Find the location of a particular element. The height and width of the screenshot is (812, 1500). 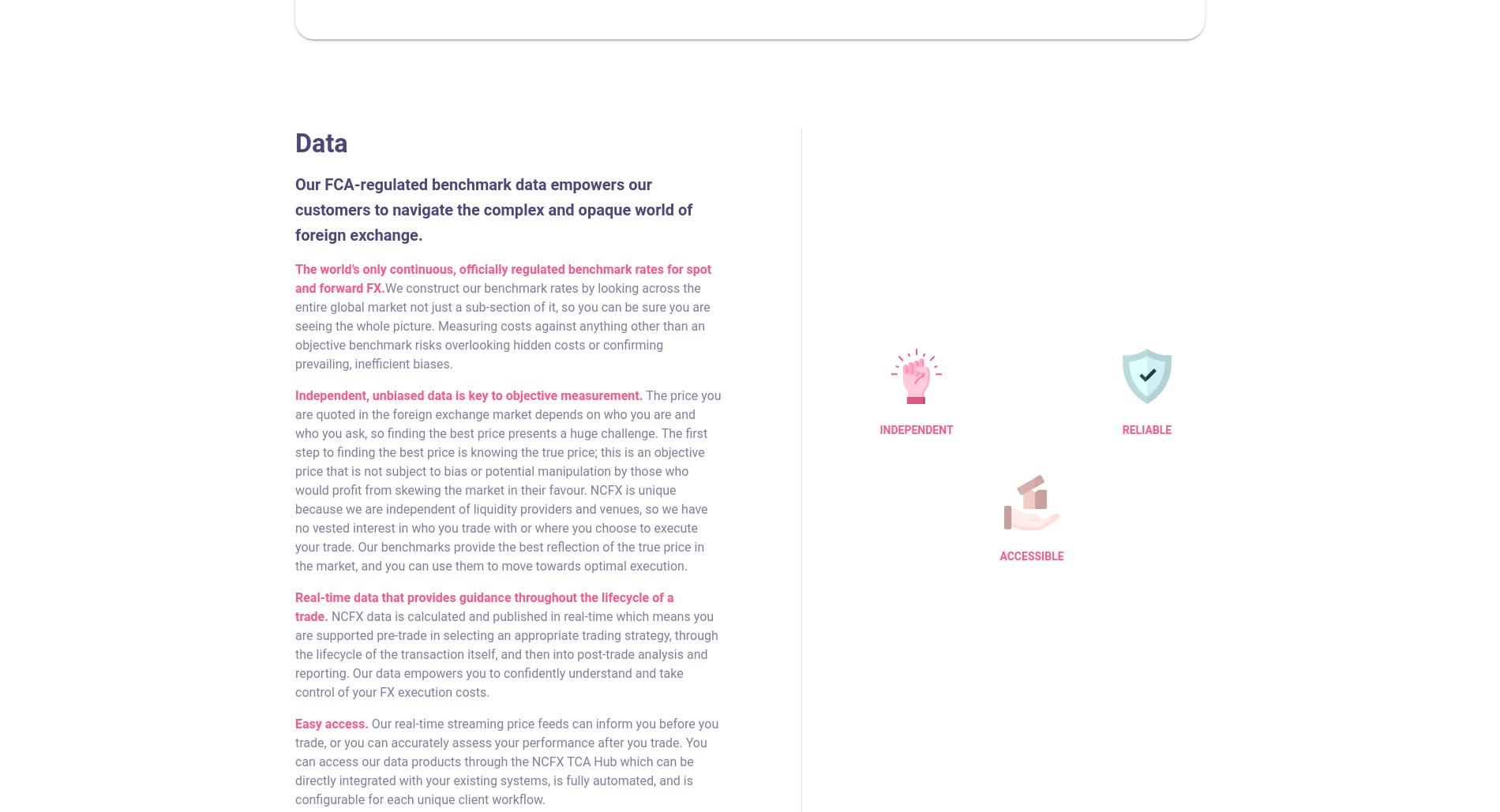

'We construct our benchmark rates by looking across the entire global market not just a sub-section of it, so you can be sure you are seeing the whole picture. Measuring costs against anything other than an objective benchmark risks overlooking hidden costs or confirming prevailing, inefficient biases.' is located at coordinates (502, 324).